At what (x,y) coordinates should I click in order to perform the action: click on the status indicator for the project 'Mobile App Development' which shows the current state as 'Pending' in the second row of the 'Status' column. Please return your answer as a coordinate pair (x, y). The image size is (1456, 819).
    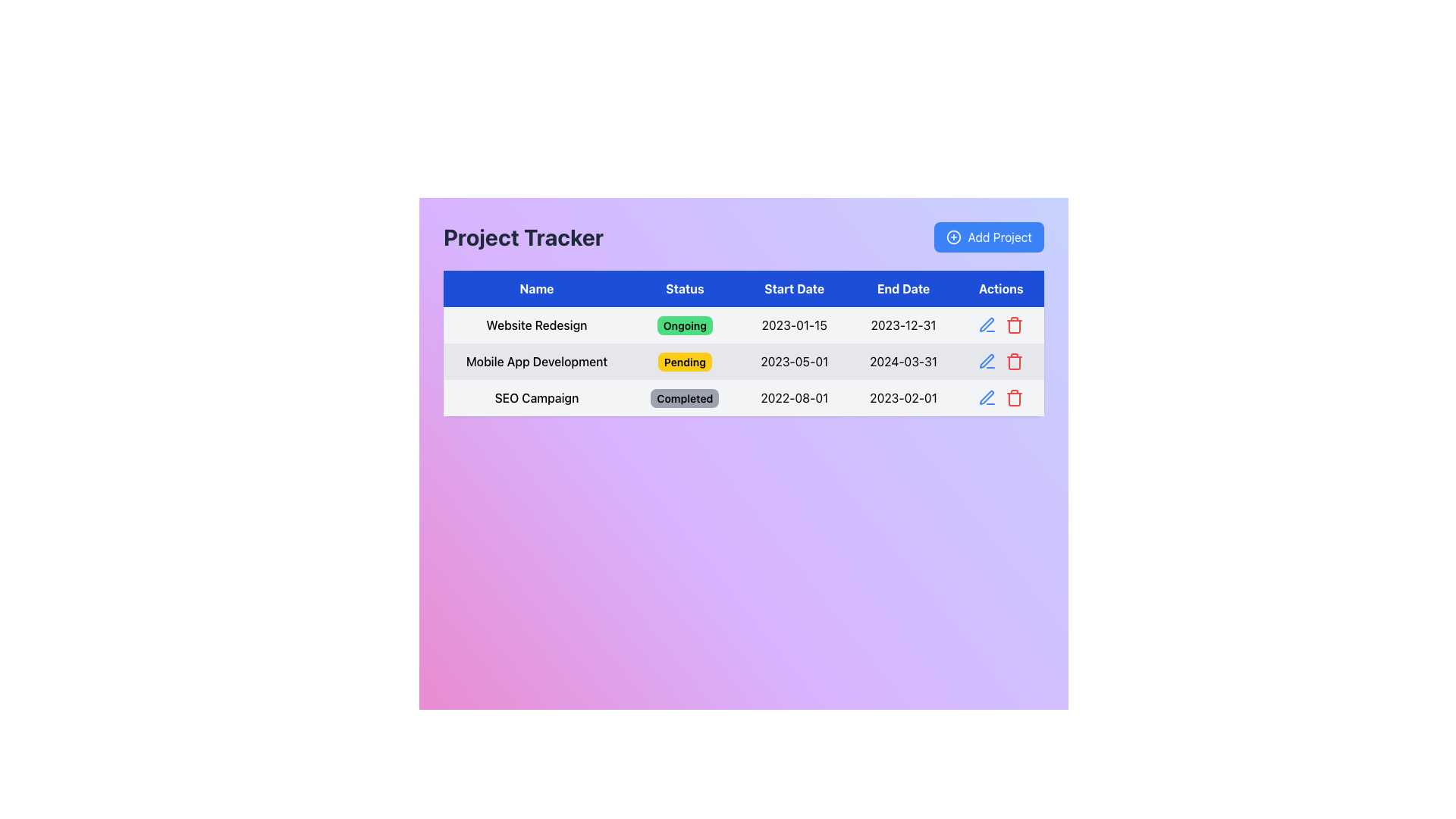
    Looking at the image, I should click on (684, 362).